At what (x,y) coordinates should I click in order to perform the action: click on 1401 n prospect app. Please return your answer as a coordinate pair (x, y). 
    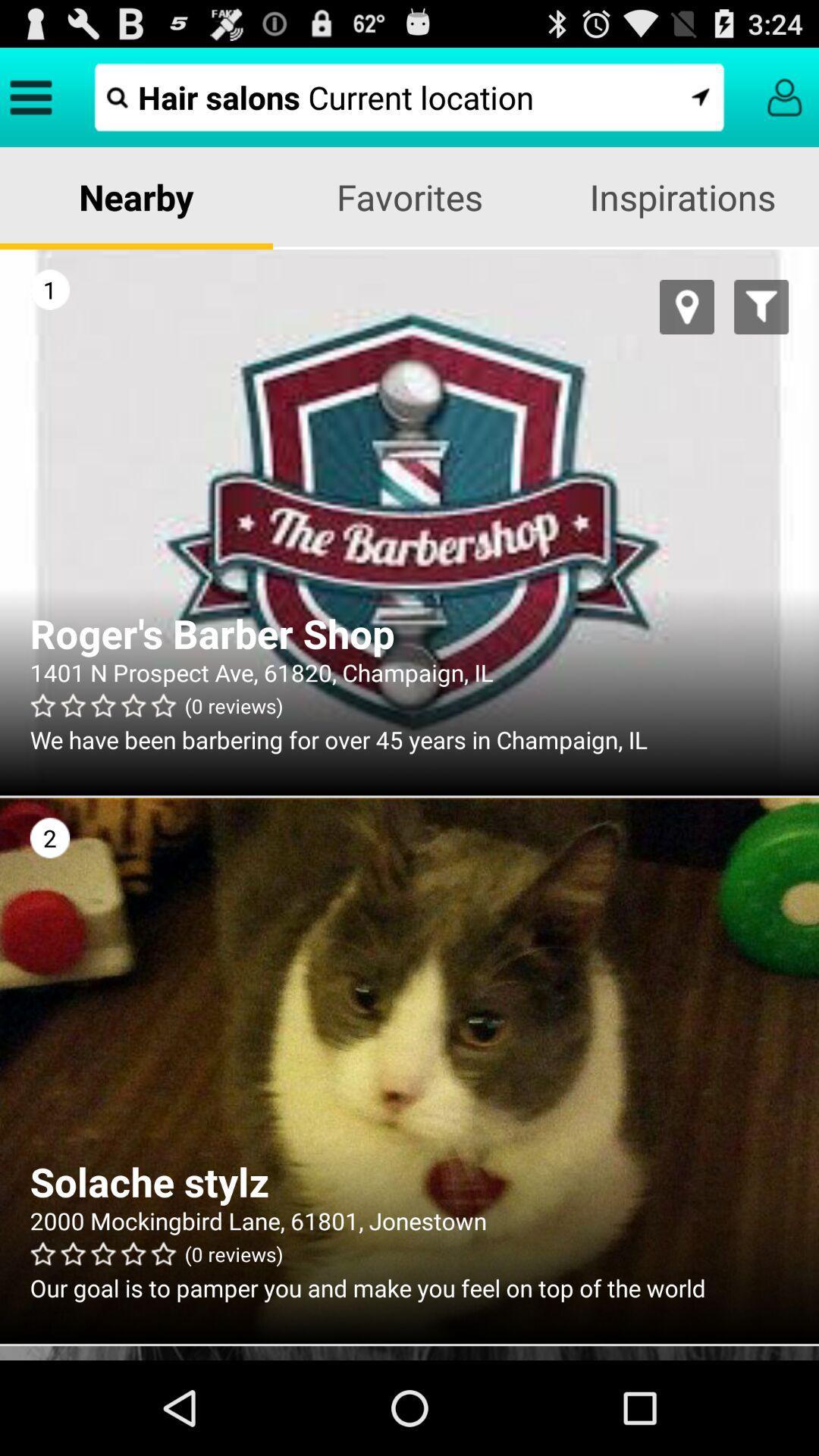
    Looking at the image, I should click on (409, 671).